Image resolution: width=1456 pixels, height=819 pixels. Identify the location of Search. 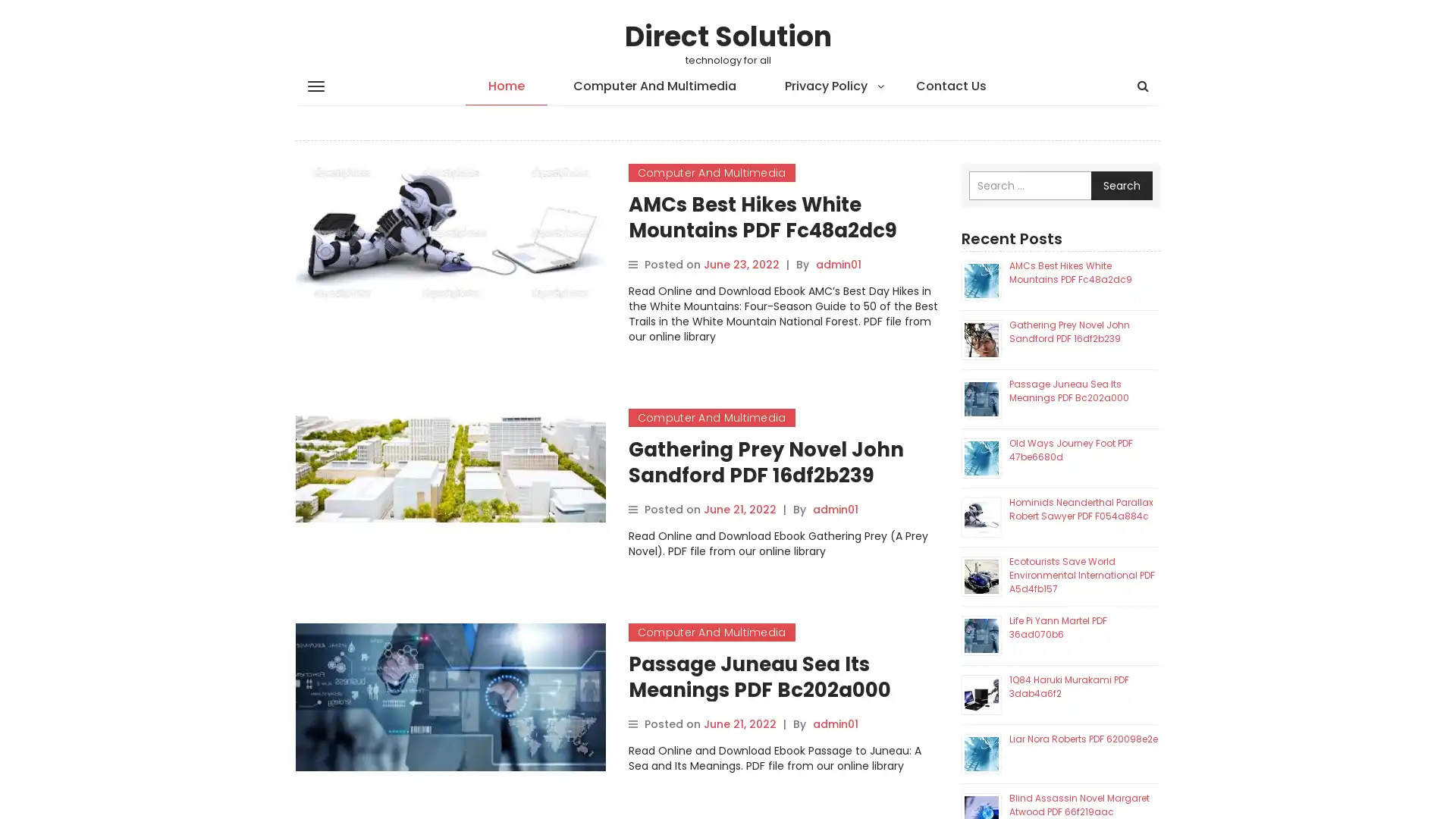
(1122, 185).